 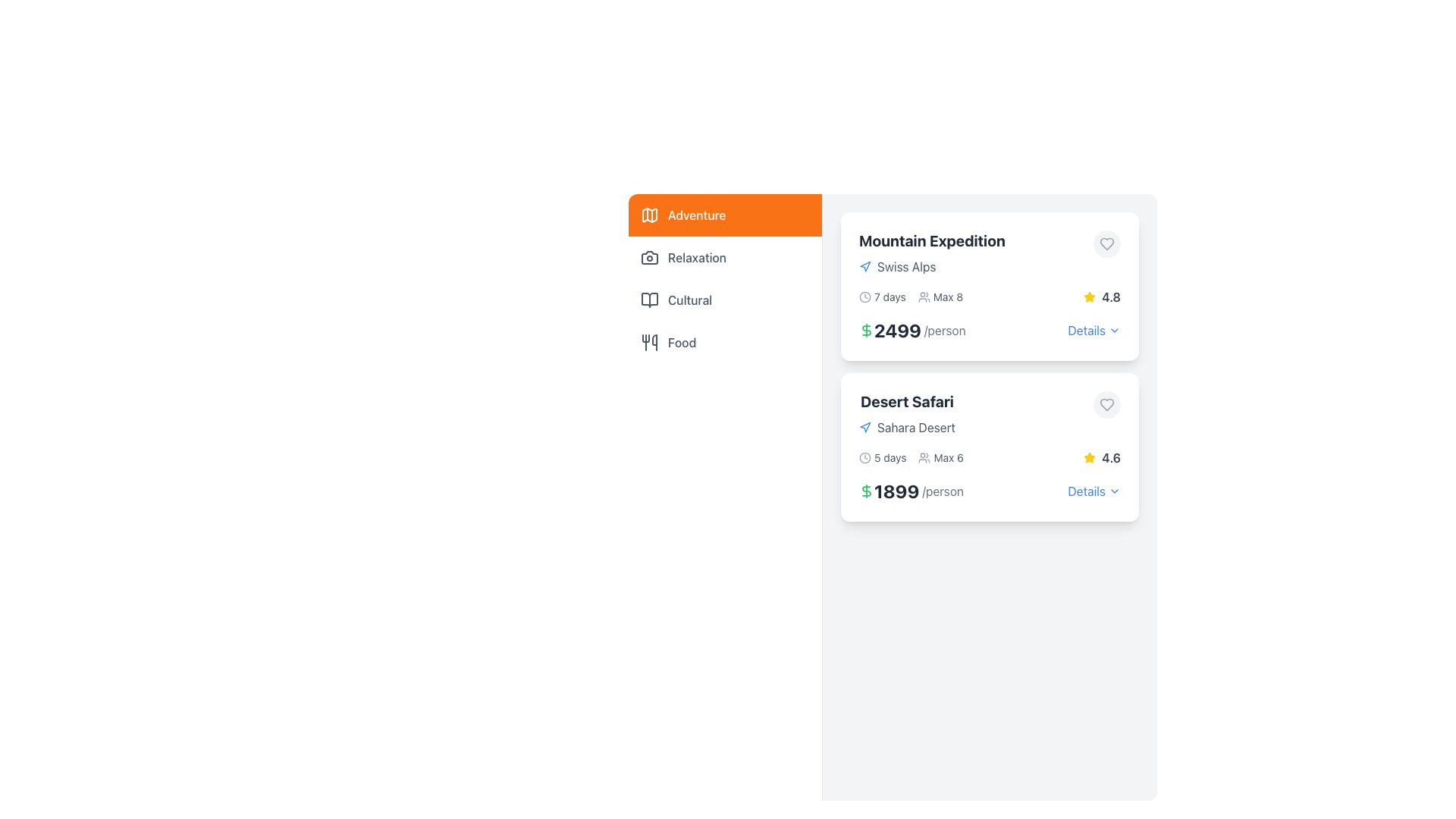 What do you see at coordinates (883, 457) in the screenshot?
I see `the Text with Icon that specifies the duration of the travel package, indicating it lasts for five days, for accessibility purposes` at bounding box center [883, 457].